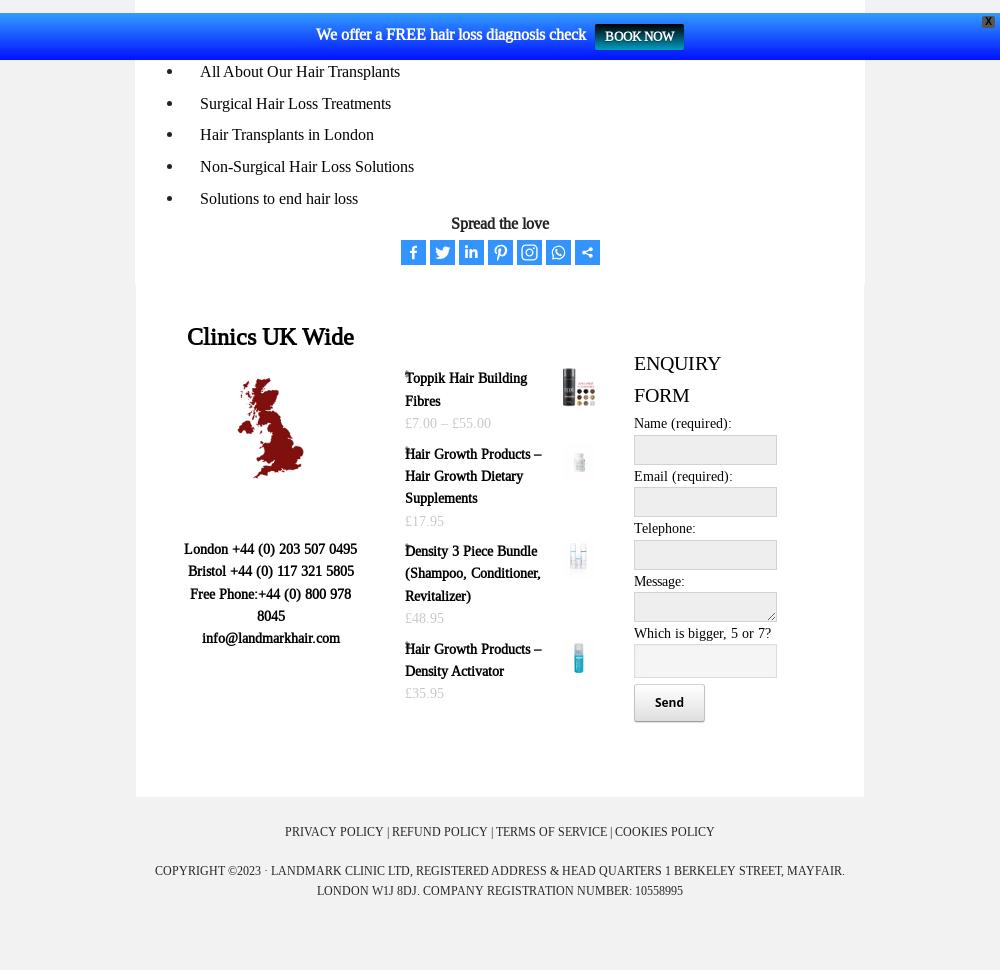 This screenshot has height=970, width=1000. Describe the element at coordinates (187, 337) in the screenshot. I see `'Clinics UK Wide'` at that location.